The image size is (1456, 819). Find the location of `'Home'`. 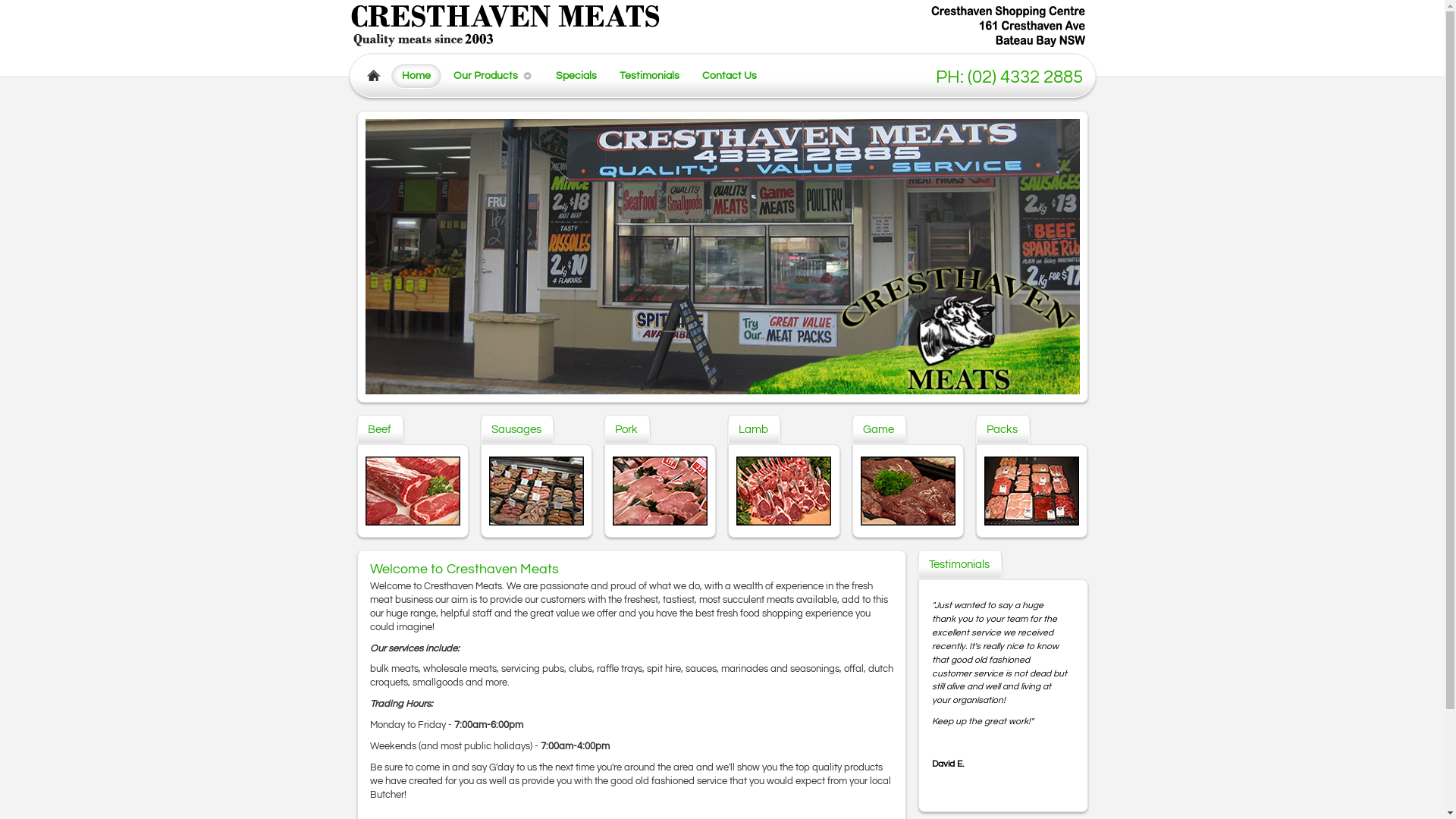

'Home' is located at coordinates (391, 75).